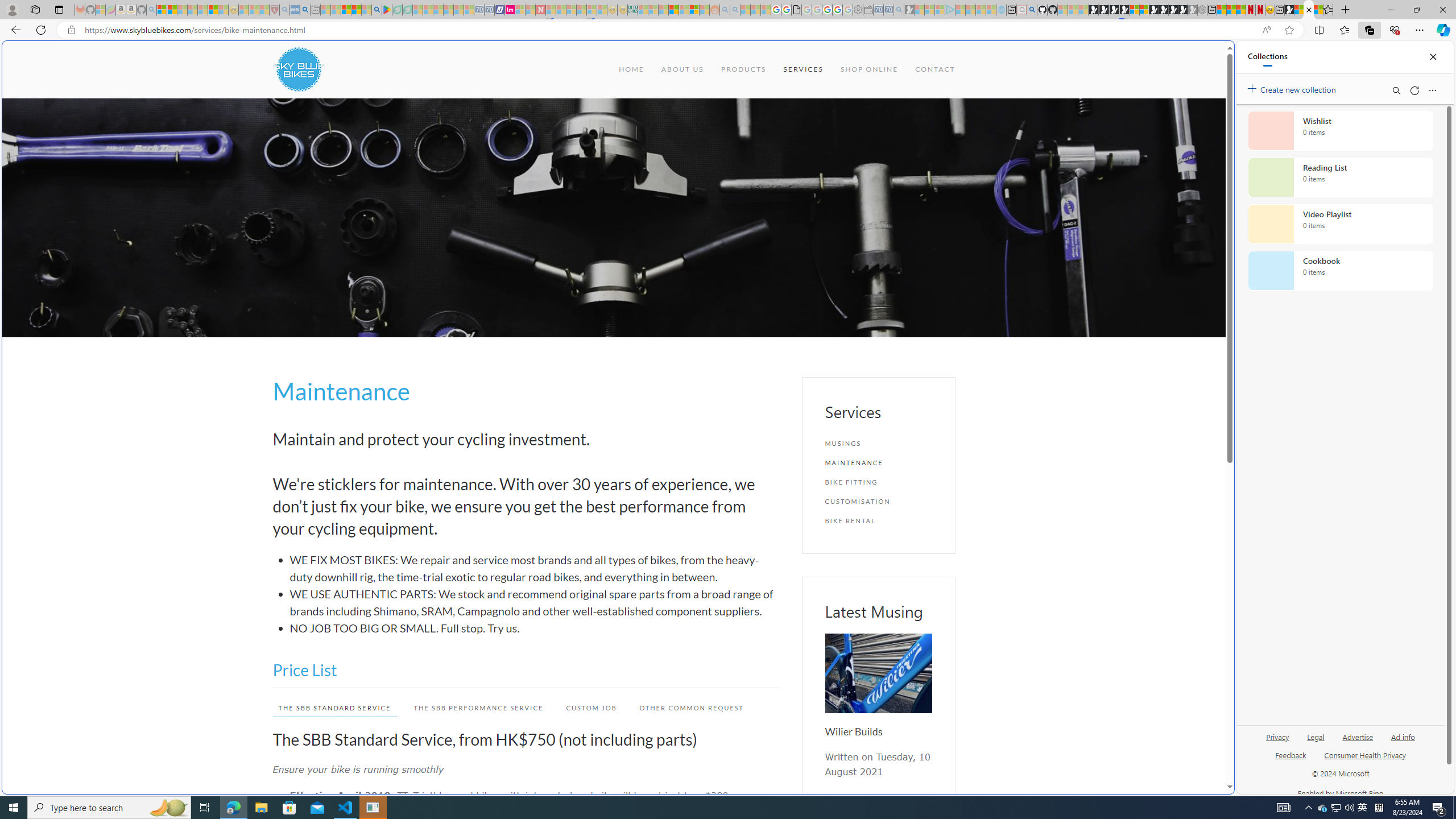  I want to click on 'Bing Real Estate - Home sales and rental listings - Sleeping', so click(898, 9).